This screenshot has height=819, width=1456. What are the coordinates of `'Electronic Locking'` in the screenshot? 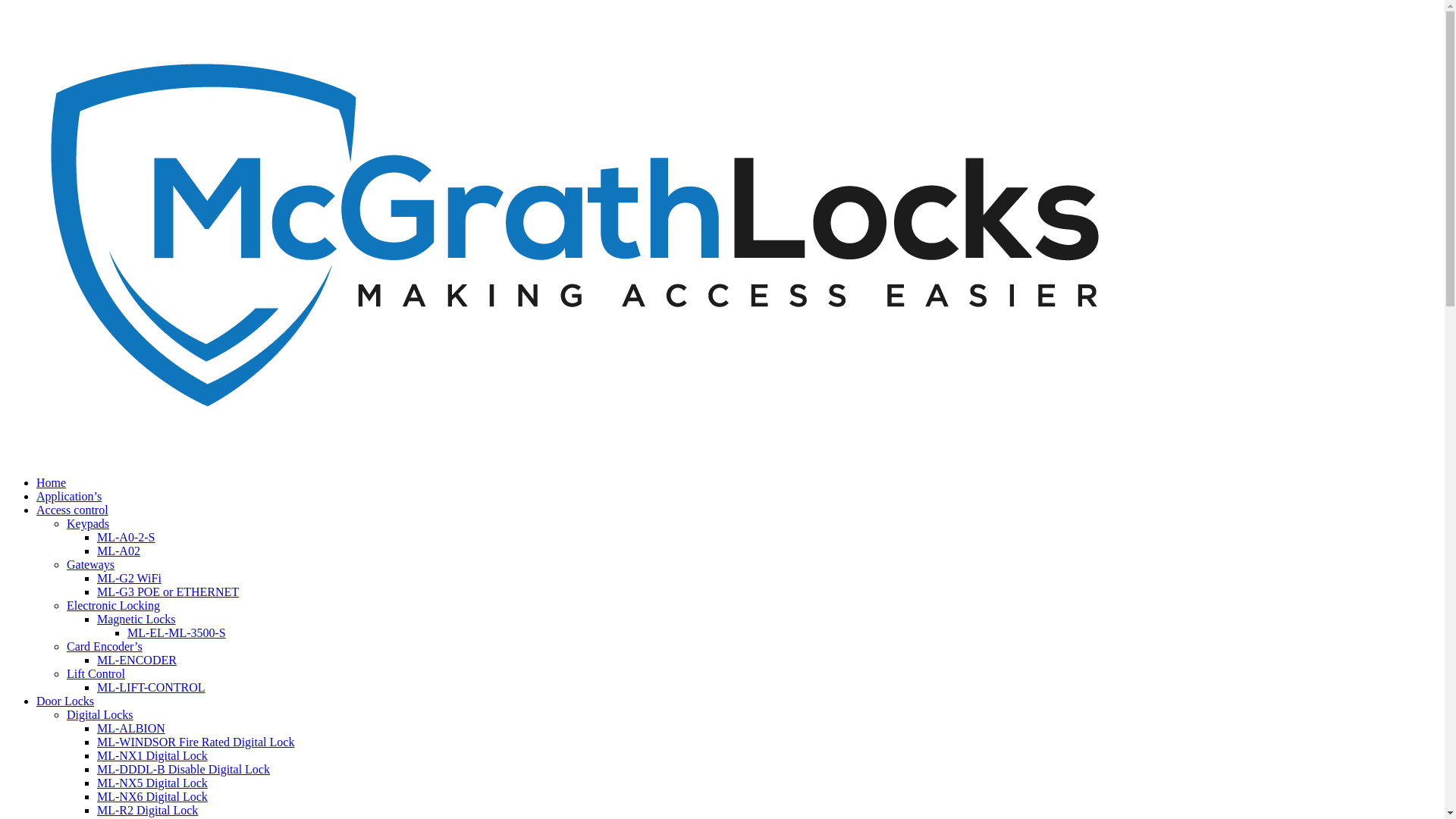 It's located at (112, 604).